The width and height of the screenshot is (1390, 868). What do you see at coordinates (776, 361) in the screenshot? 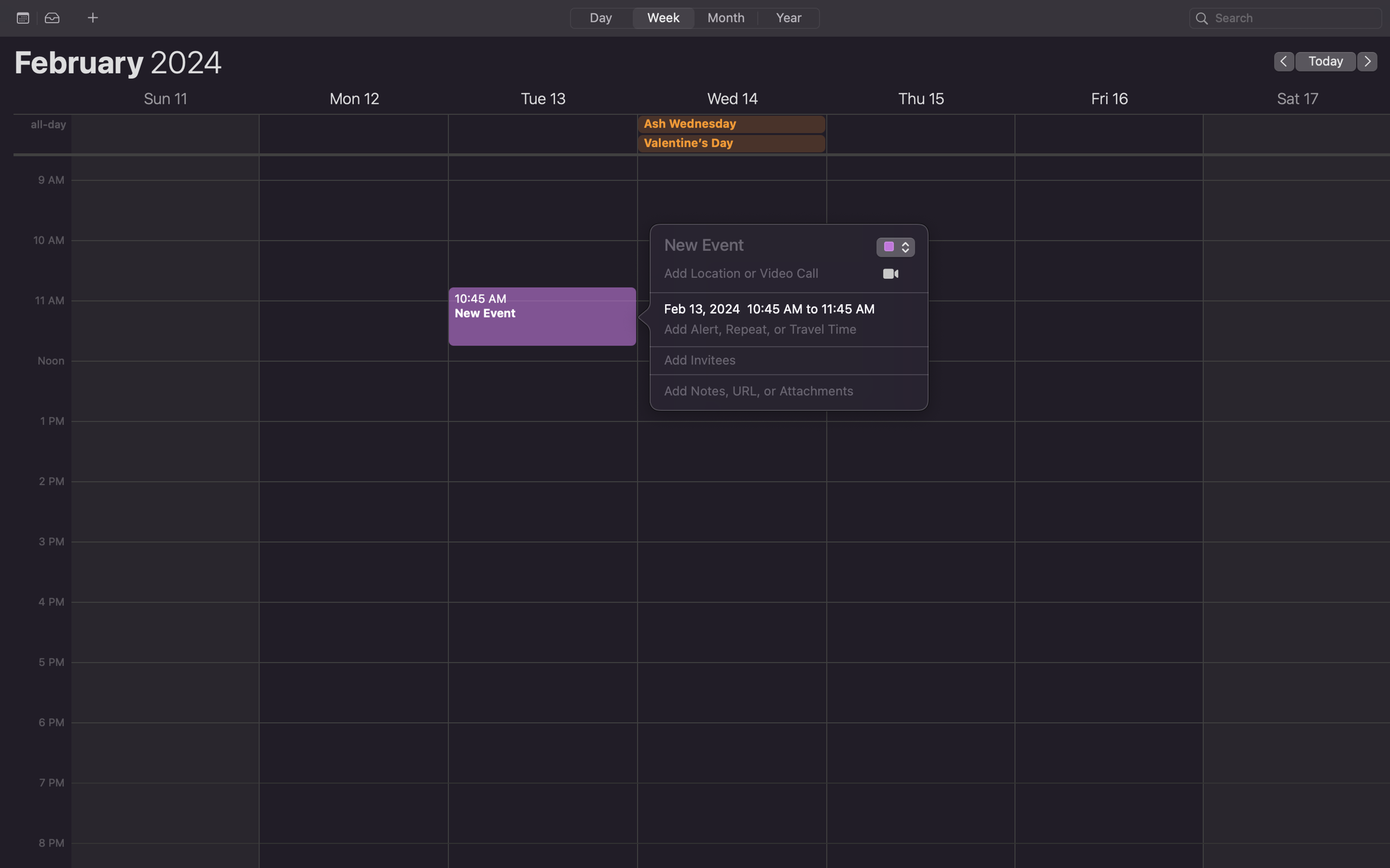
I see `the individual having the email "alice@gmail.com" to the list of invitees` at bounding box center [776, 361].